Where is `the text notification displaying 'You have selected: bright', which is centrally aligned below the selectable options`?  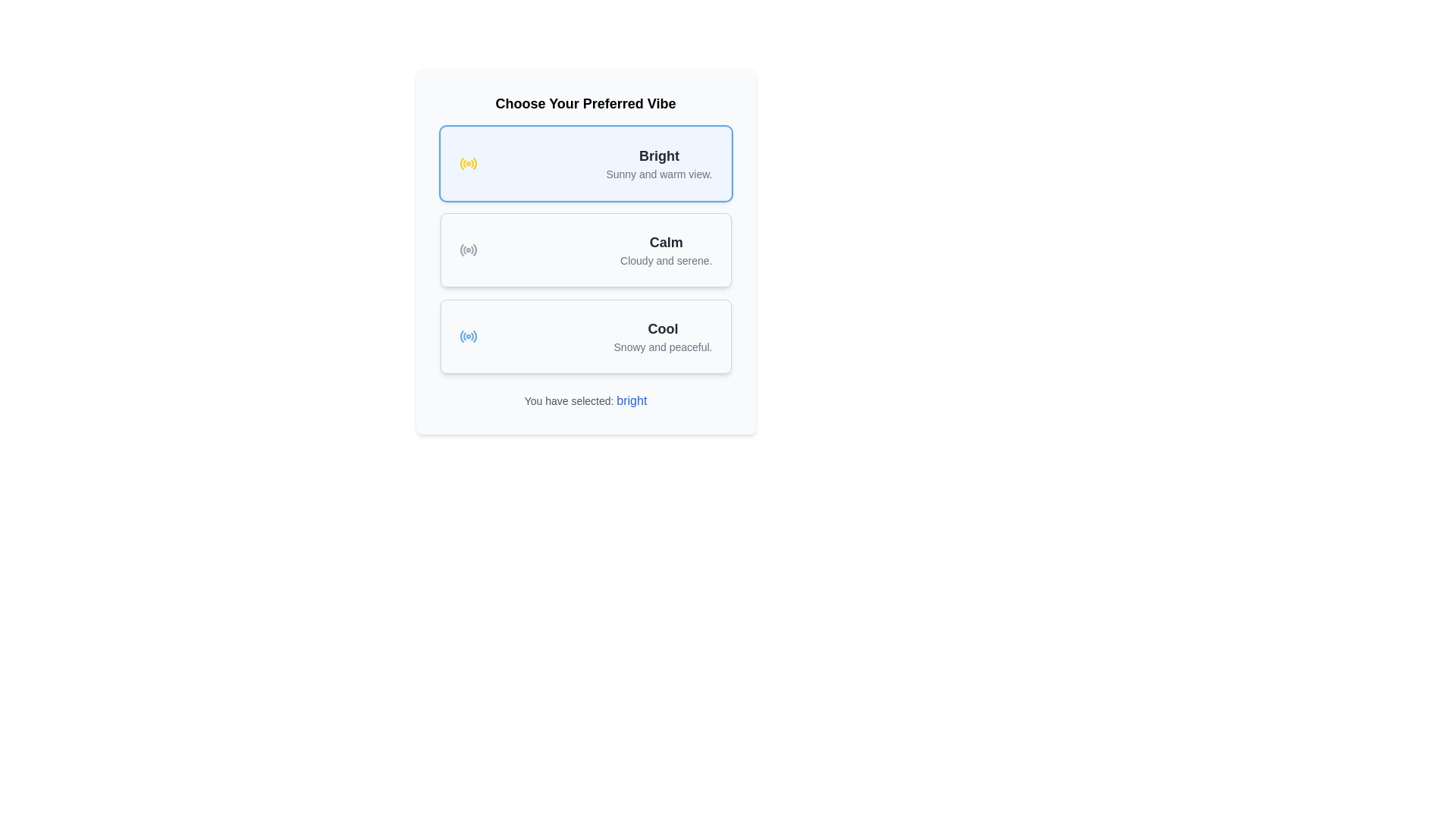 the text notification displaying 'You have selected: bright', which is centrally aligned below the selectable options is located at coordinates (585, 400).